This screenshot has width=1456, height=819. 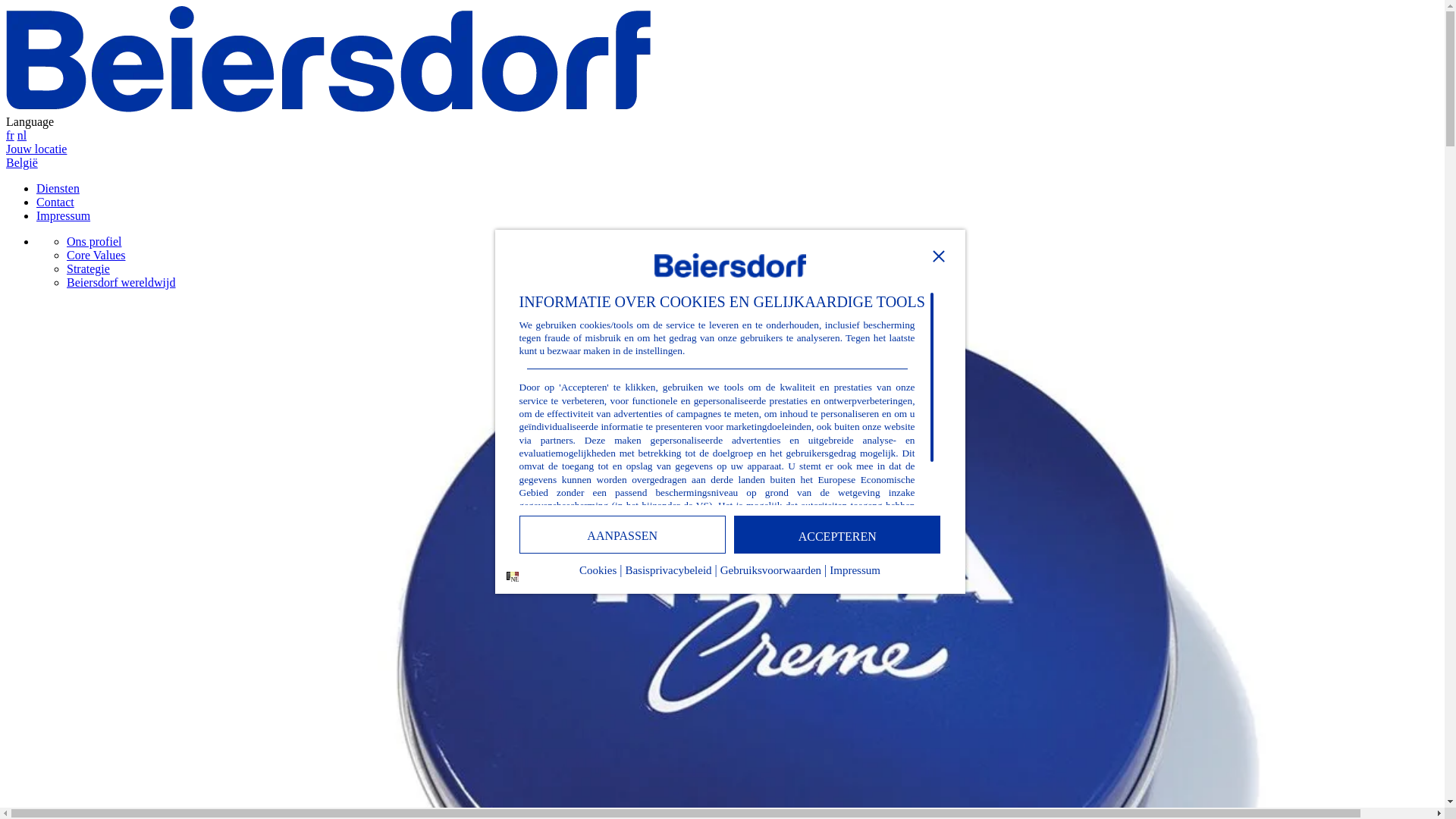 What do you see at coordinates (55, 201) in the screenshot?
I see `'Contact'` at bounding box center [55, 201].